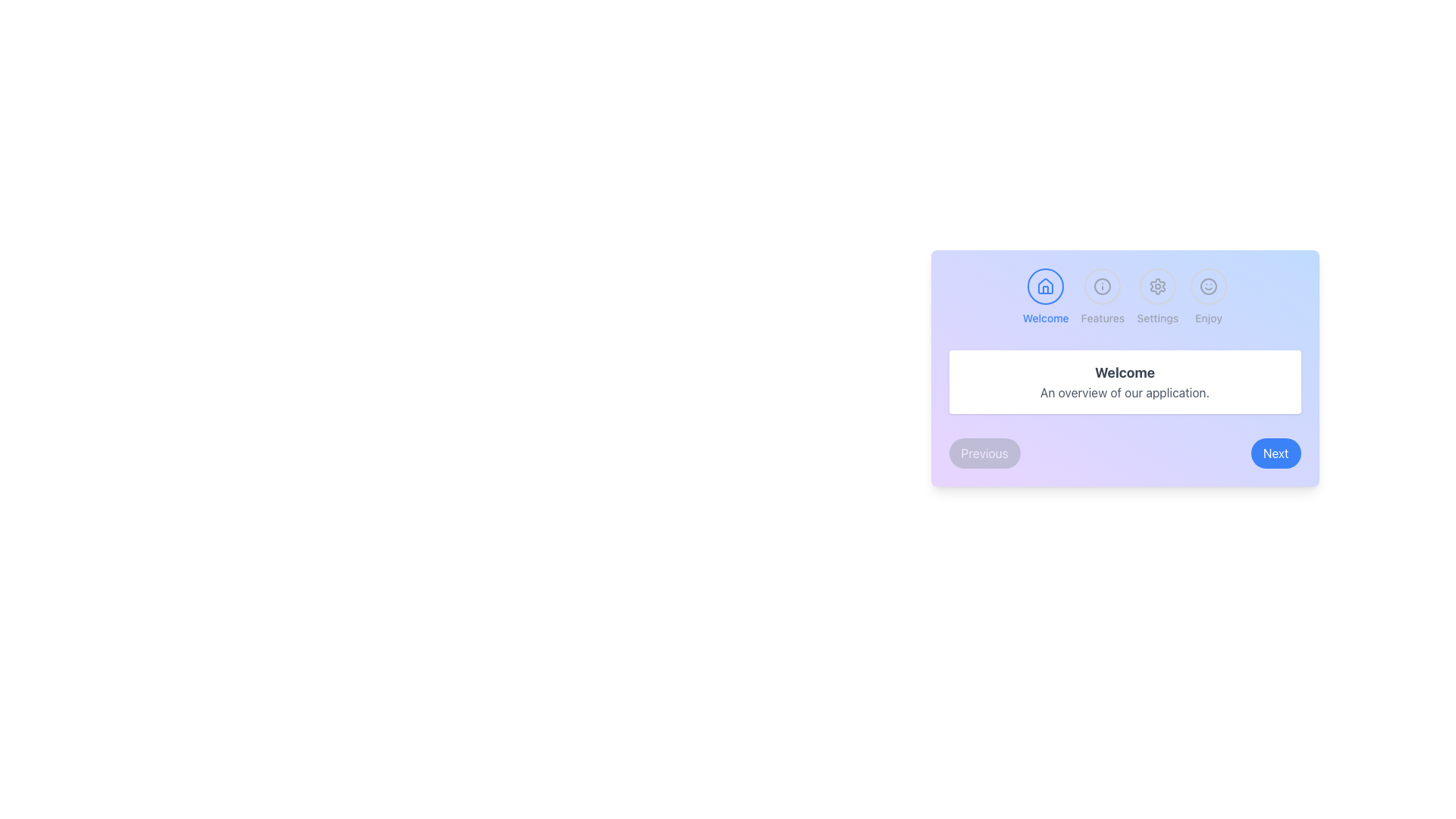 The height and width of the screenshot is (819, 1456). Describe the element at coordinates (1208, 287) in the screenshot. I see `the rightmost circular icon in the menu labeled 'Enjoy'` at that location.